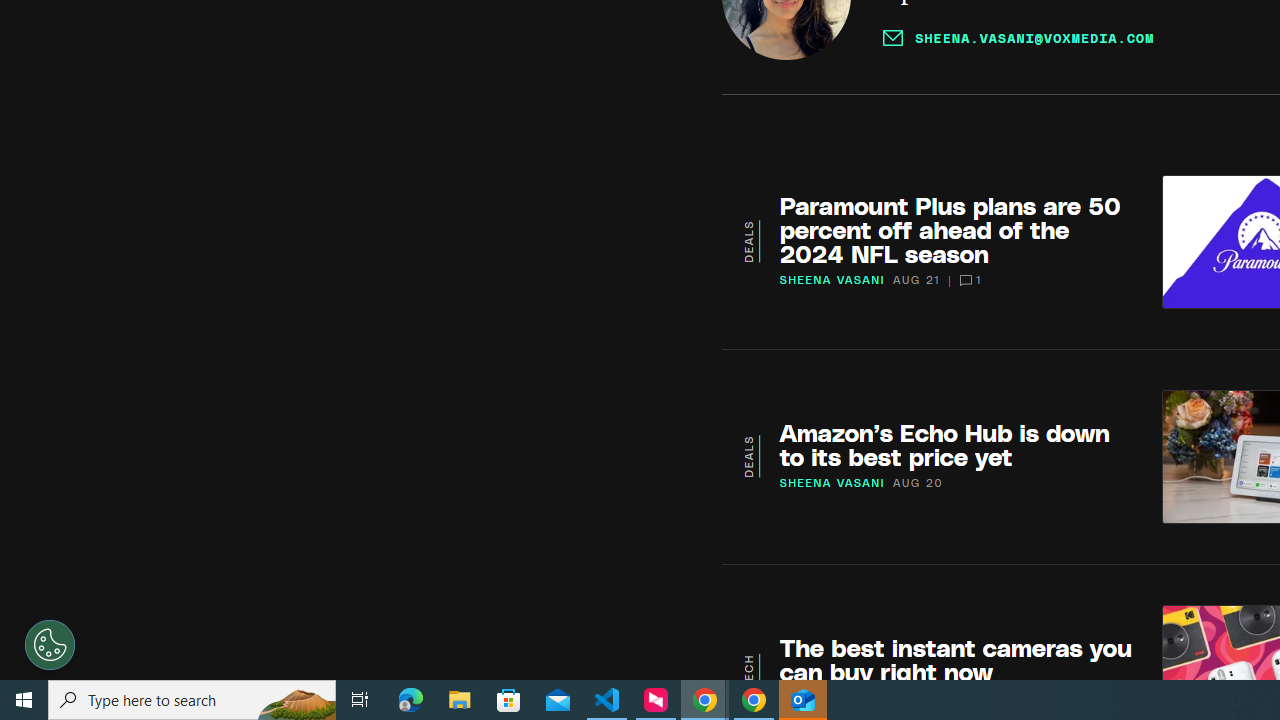 This screenshot has width=1280, height=720. I want to click on 'Comments', so click(966, 280).